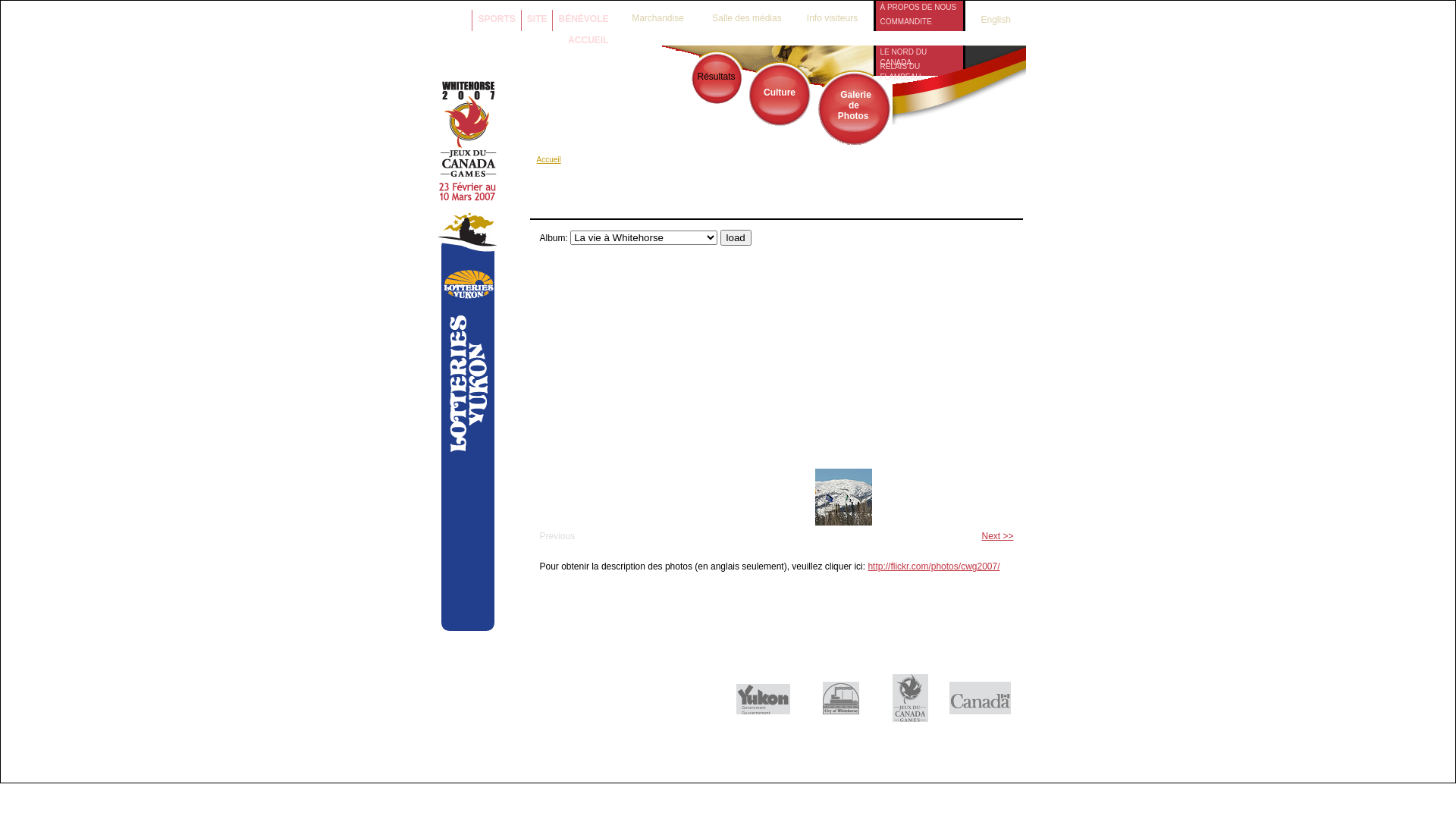  Describe the element at coordinates (832, 14) in the screenshot. I see `'Info visiteurs'` at that location.